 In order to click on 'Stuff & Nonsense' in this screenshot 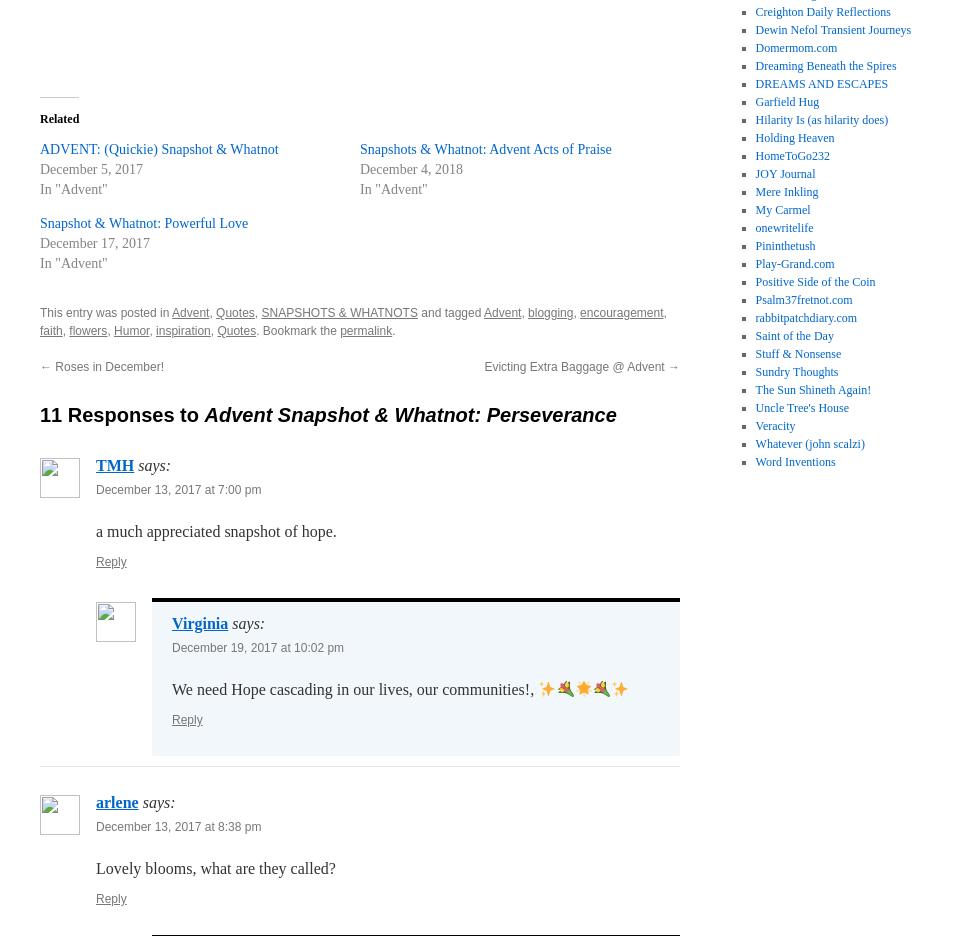, I will do `click(754, 353)`.